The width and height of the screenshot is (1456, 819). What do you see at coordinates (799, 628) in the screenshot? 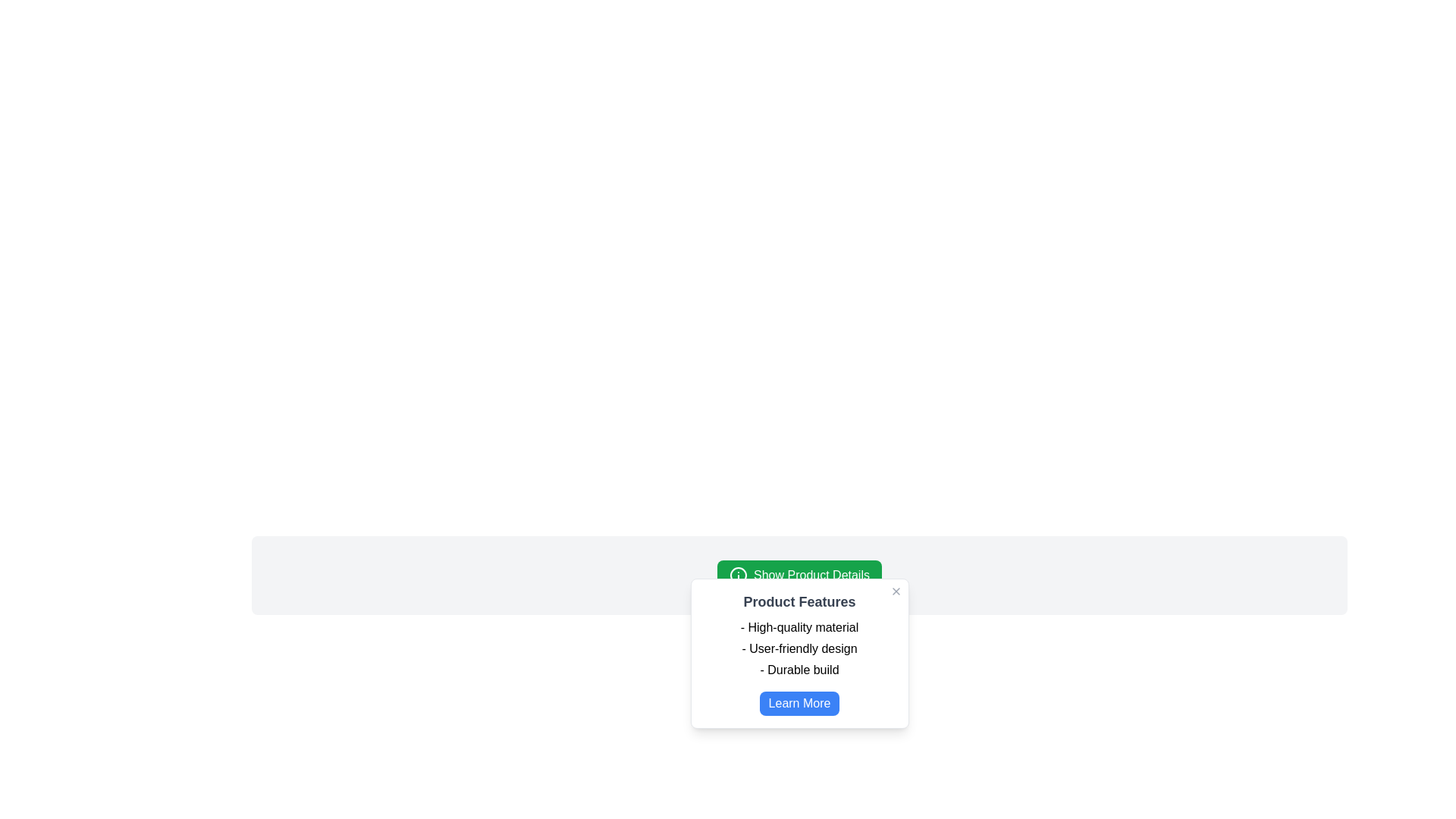
I see `the first text label in the 'Product Features' modal, which highlights the material quality of the product` at bounding box center [799, 628].